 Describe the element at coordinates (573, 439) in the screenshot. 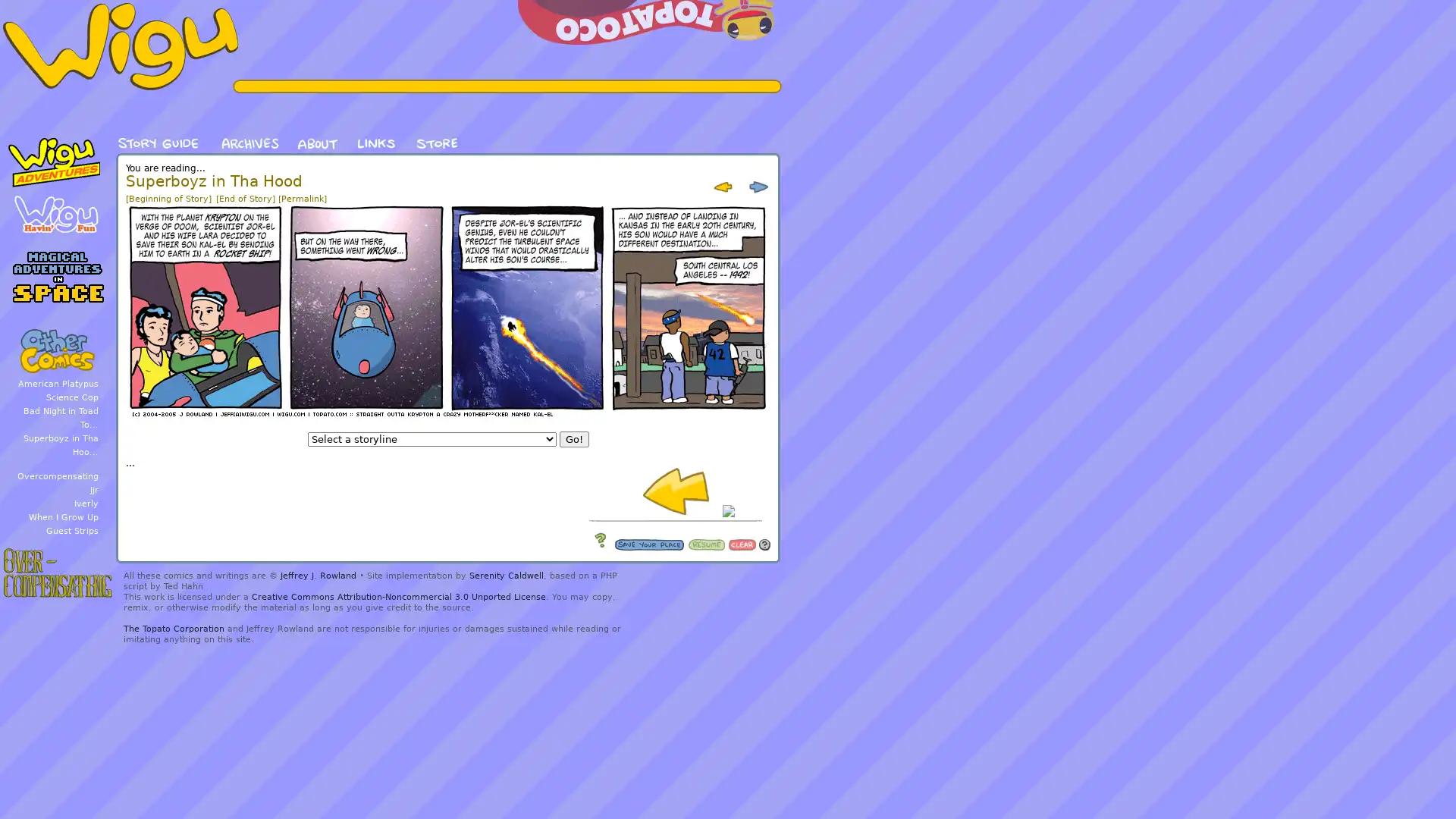

I see `Go!` at that location.